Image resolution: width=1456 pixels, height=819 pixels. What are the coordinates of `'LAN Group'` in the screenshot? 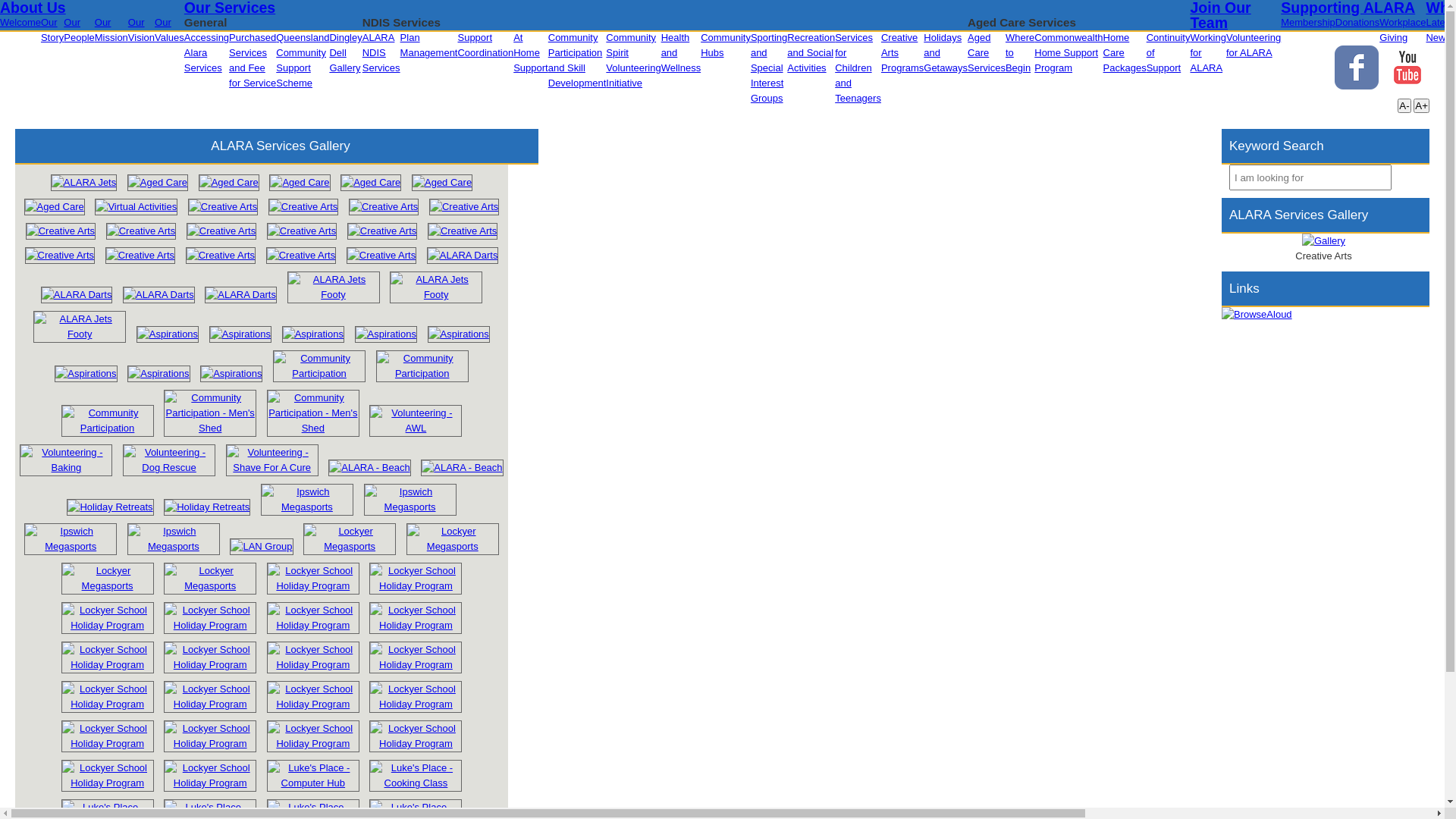 It's located at (261, 547).